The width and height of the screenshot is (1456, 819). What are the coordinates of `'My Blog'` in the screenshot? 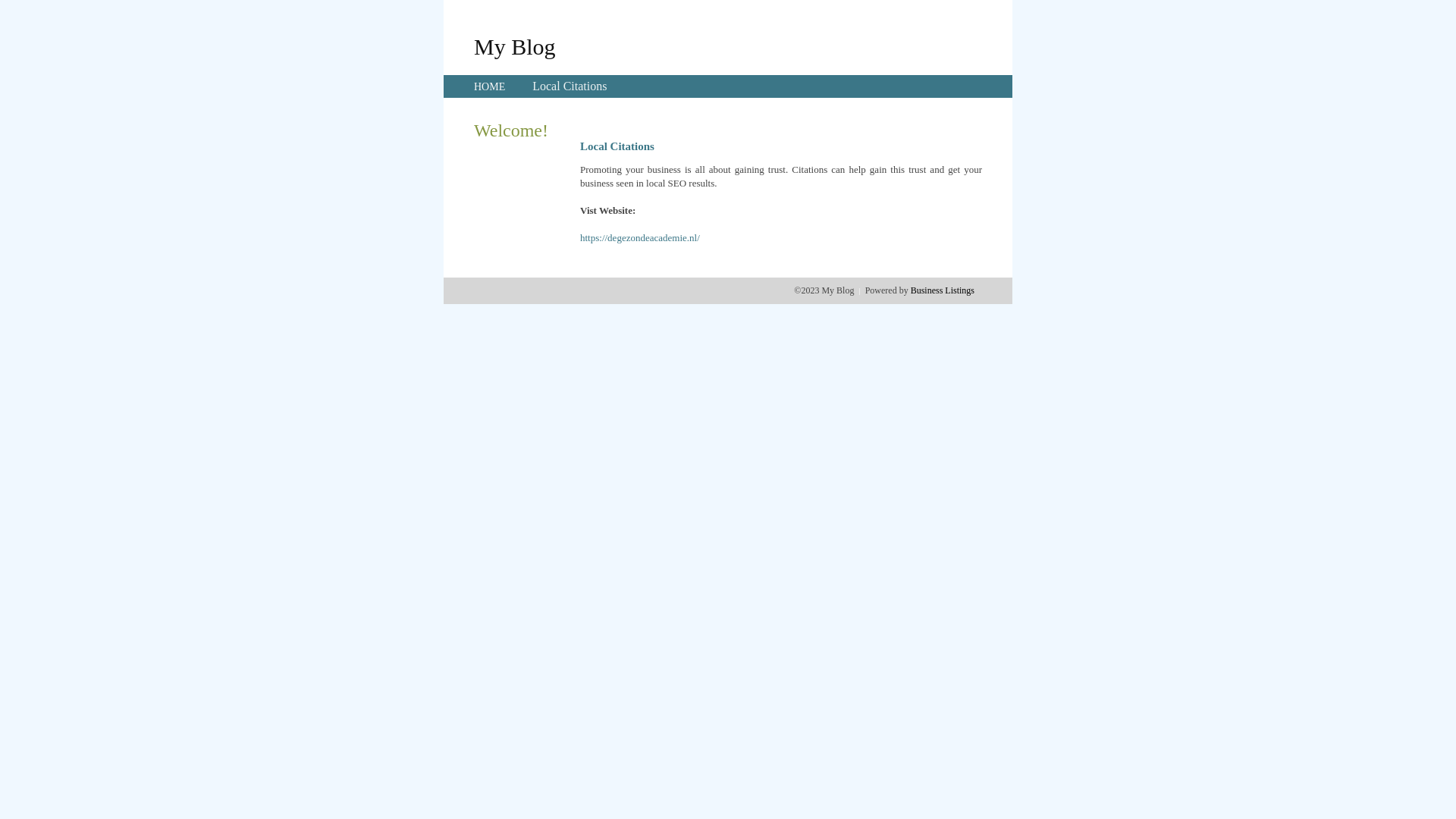 It's located at (514, 45).